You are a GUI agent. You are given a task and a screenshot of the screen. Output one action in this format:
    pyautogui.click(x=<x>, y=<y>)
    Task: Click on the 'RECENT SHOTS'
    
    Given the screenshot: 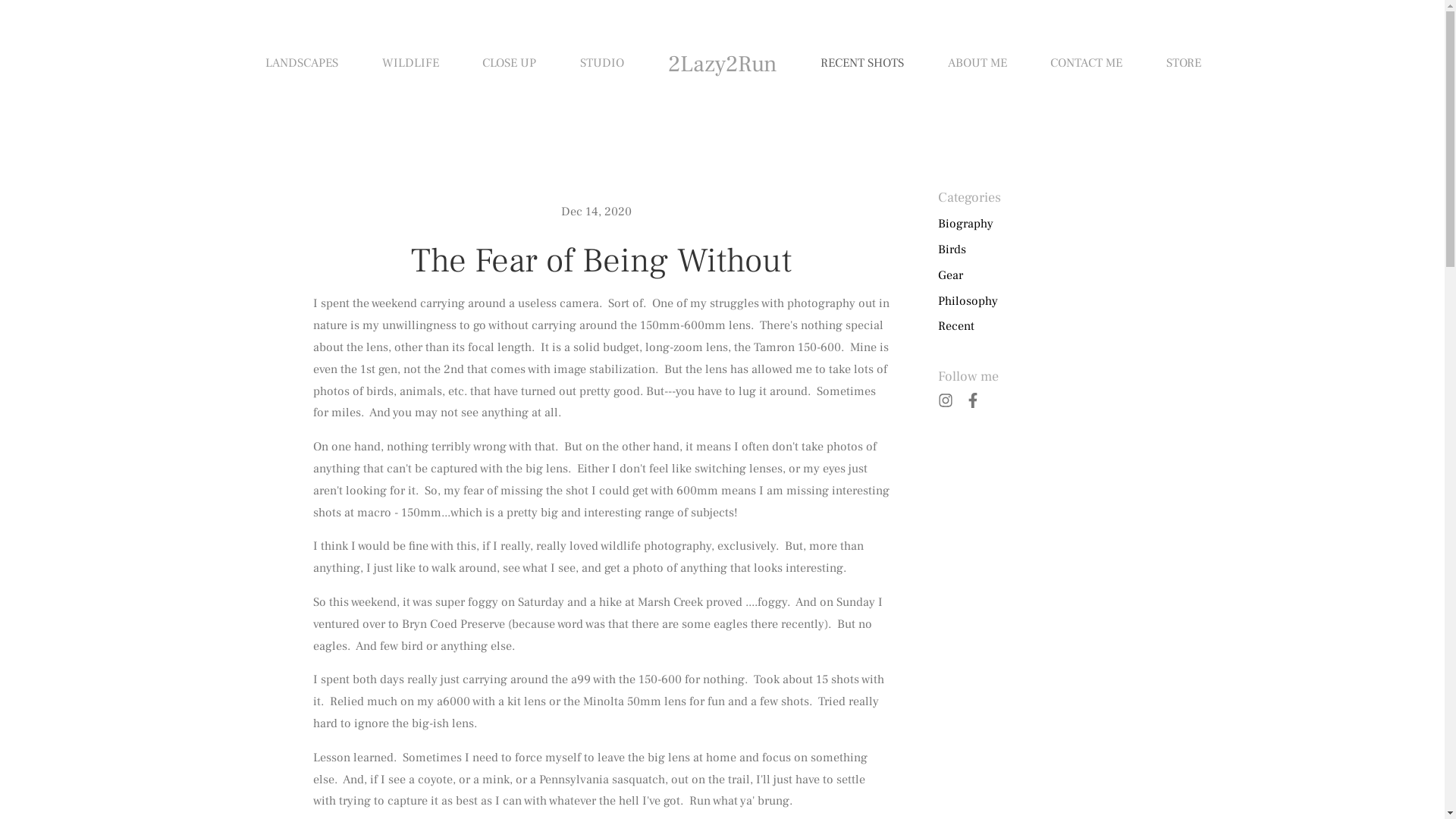 What is the action you would take?
    pyautogui.click(x=862, y=63)
    